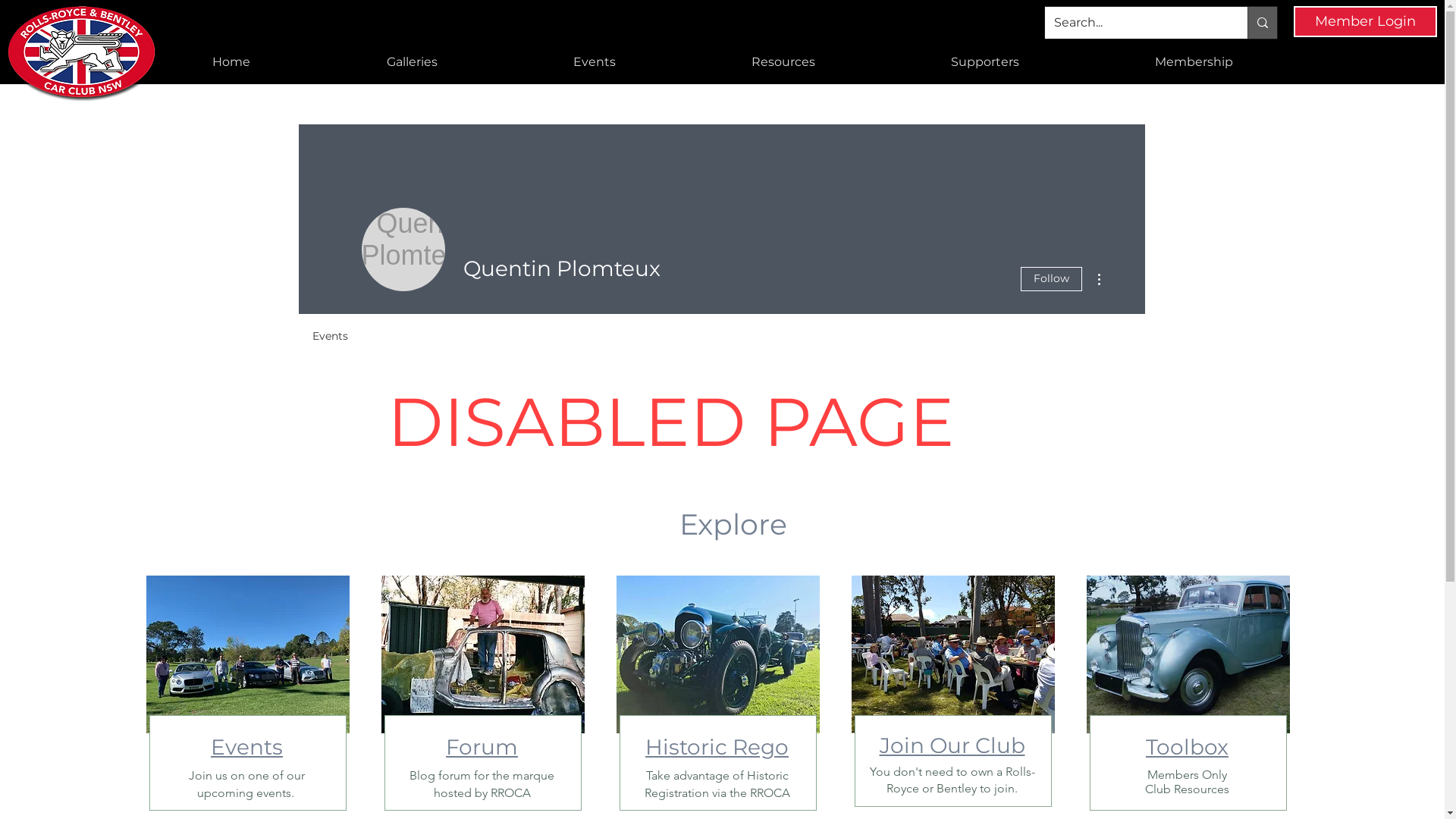  I want to click on 'Toolbox', so click(1186, 745).